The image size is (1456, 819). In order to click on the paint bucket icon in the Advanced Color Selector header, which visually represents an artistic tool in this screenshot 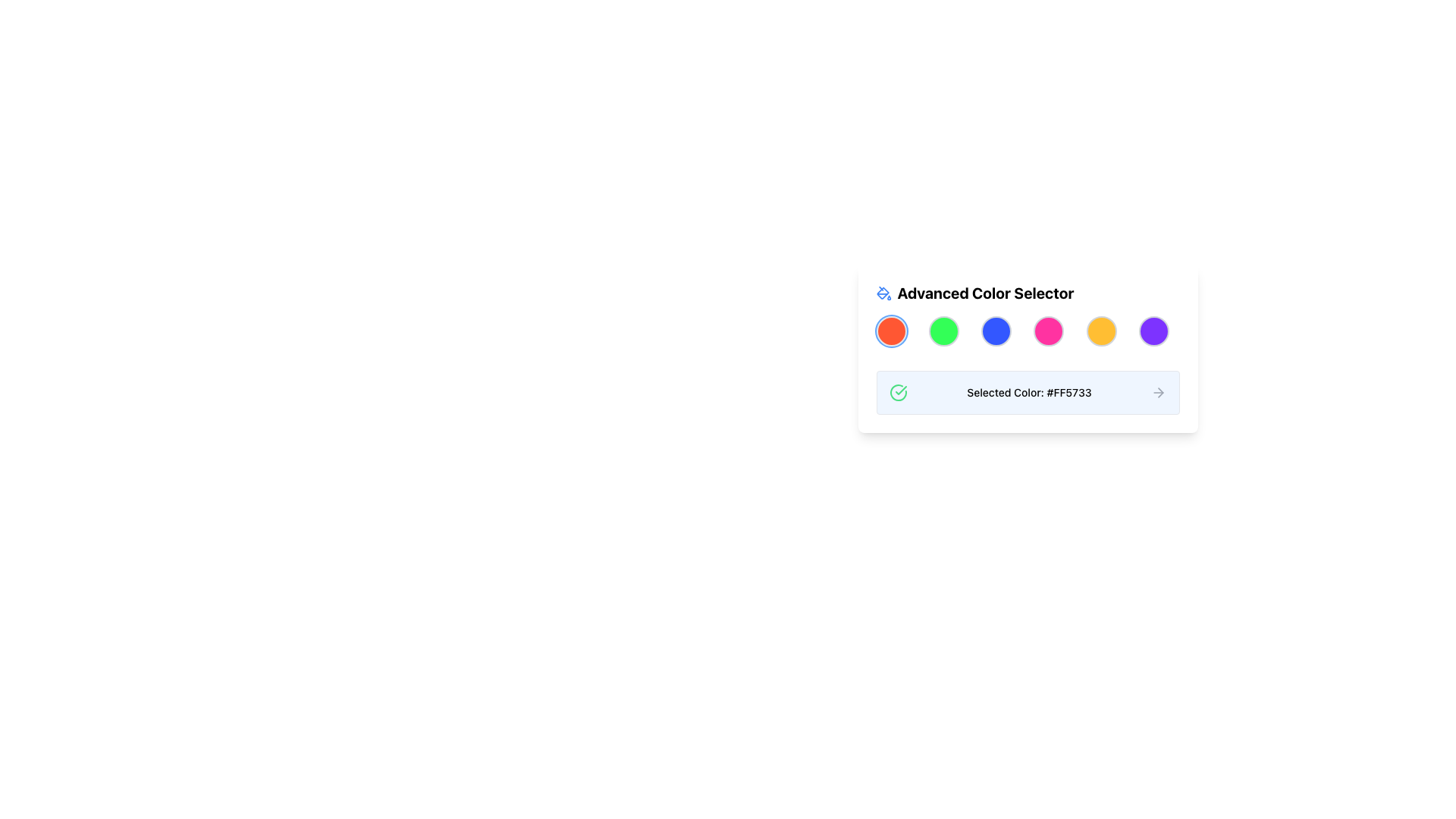, I will do `click(883, 293)`.